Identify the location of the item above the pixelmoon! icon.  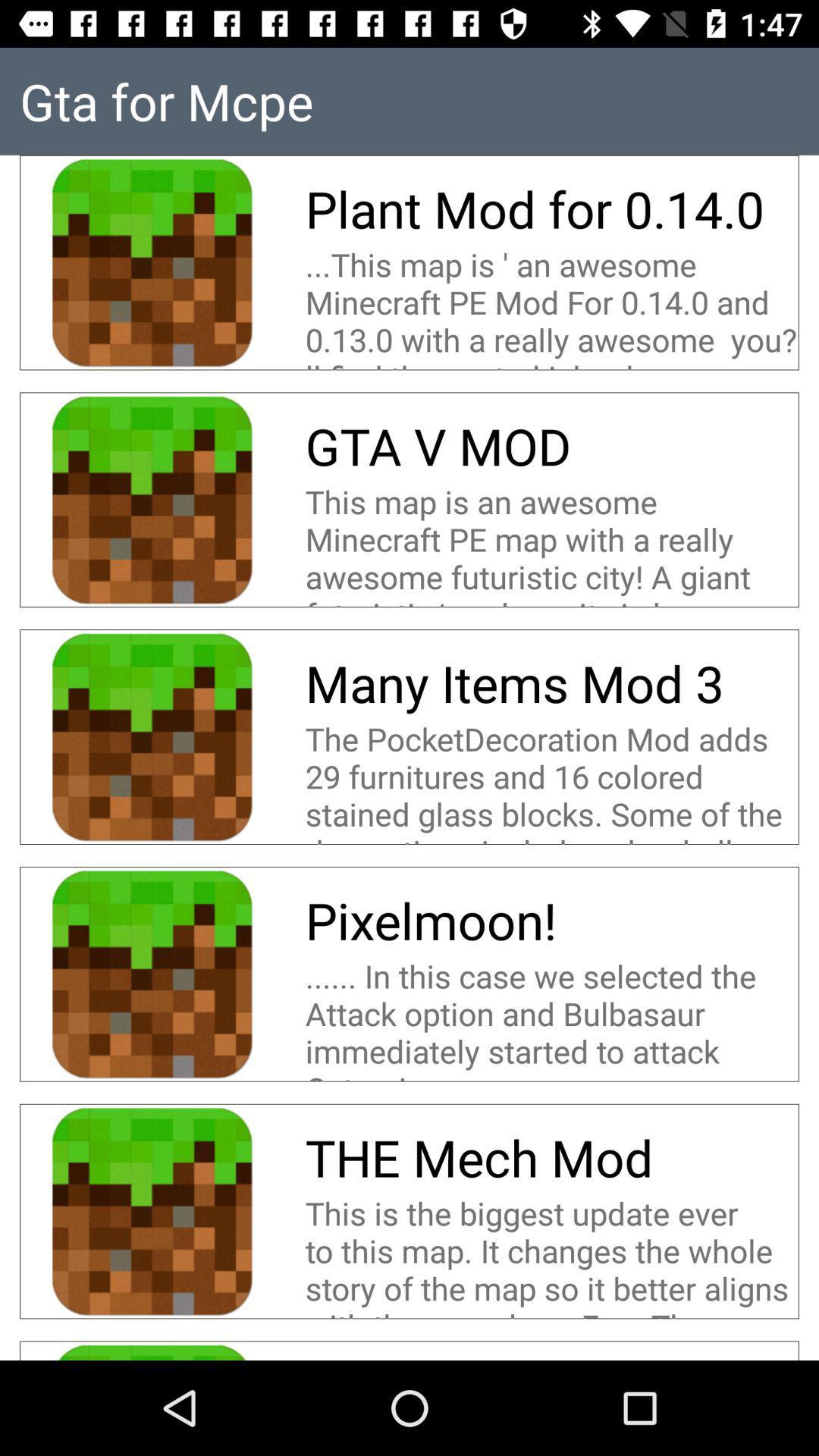
(552, 780).